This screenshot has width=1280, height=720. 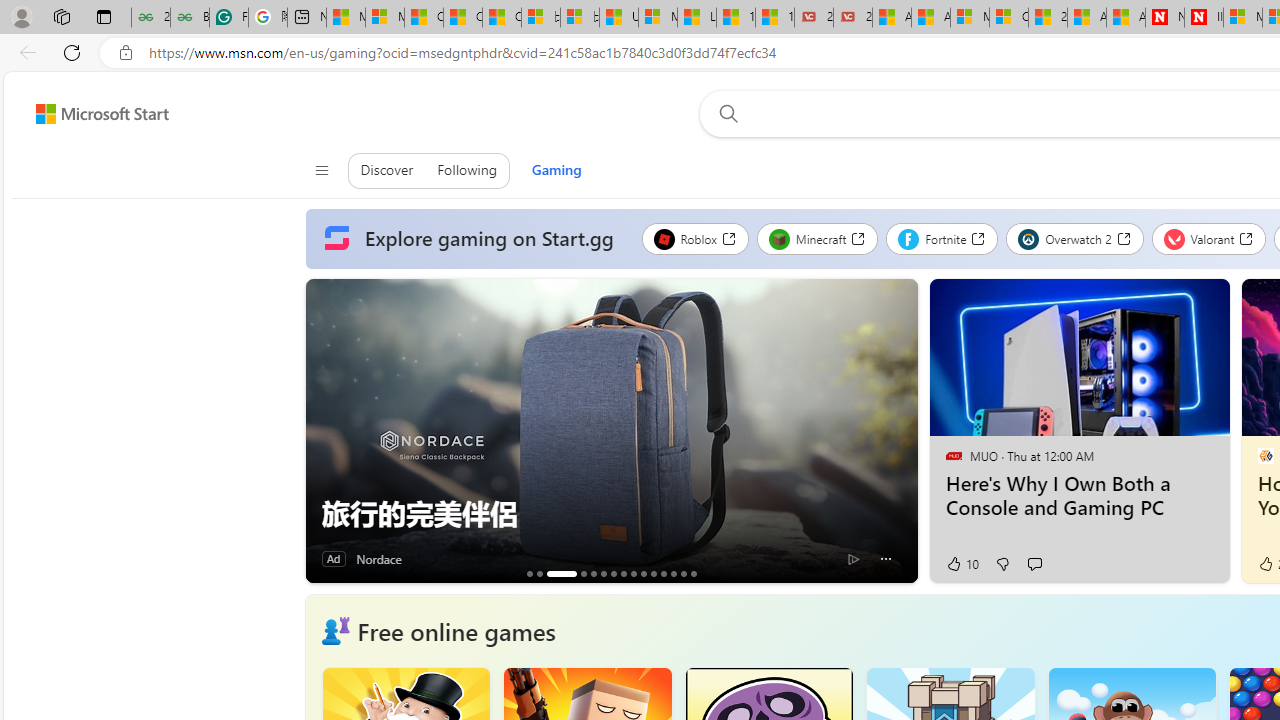 What do you see at coordinates (653, 573) in the screenshot?
I see `'AutomationID: tab_nativead-infopane-11'` at bounding box center [653, 573].